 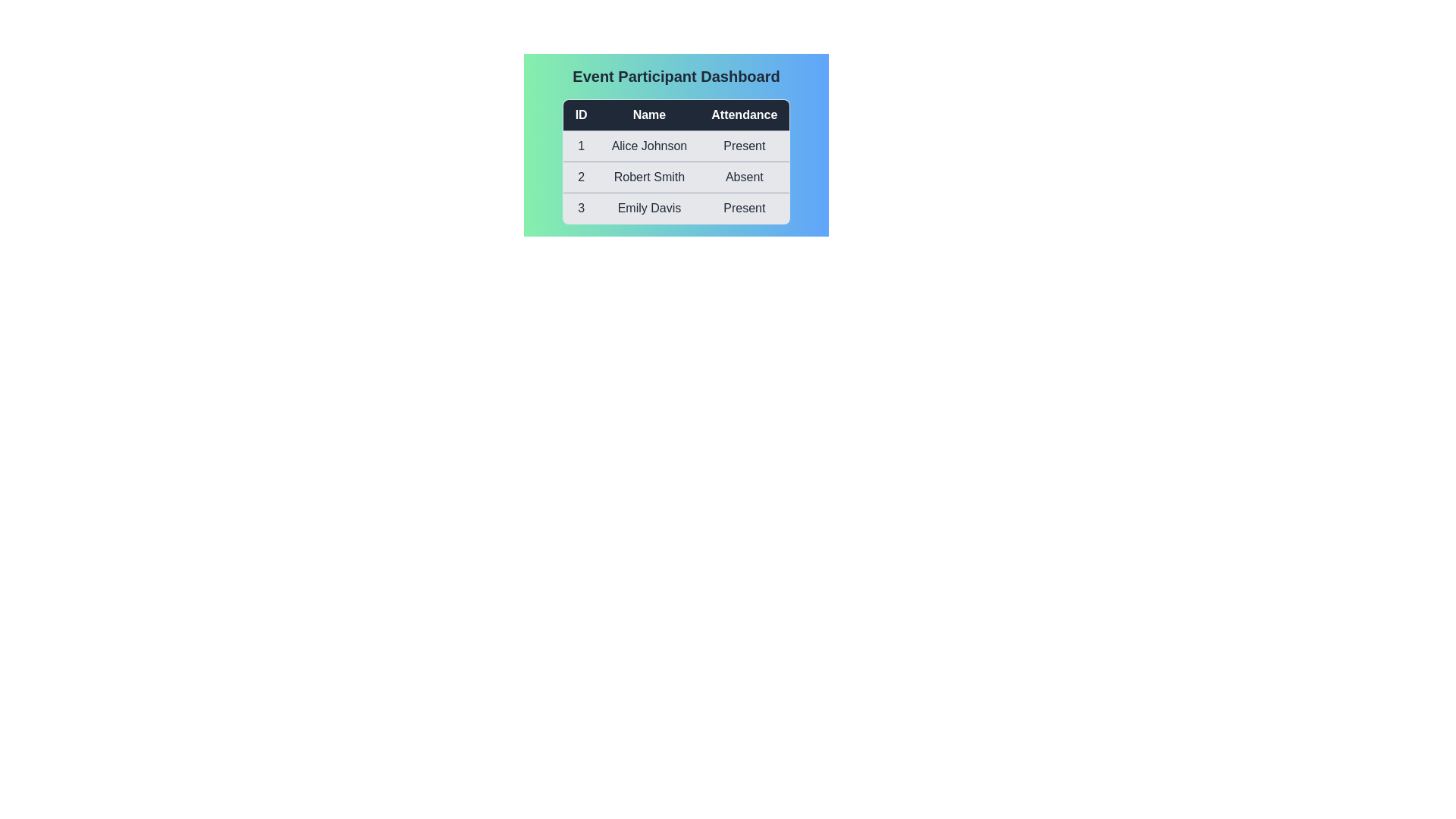 What do you see at coordinates (580, 177) in the screenshot?
I see `the numerical label '2' in the first cell of the second row under the 'ID' header in the table` at bounding box center [580, 177].